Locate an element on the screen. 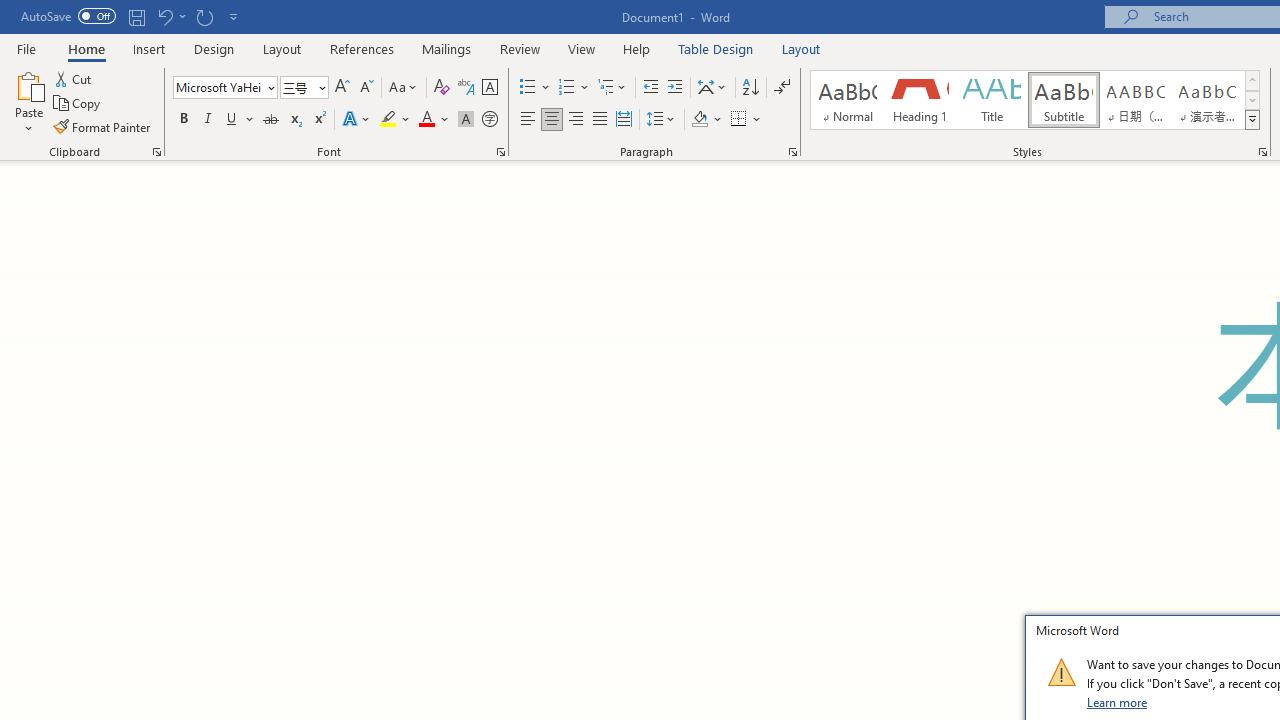 This screenshot has height=720, width=1280. 'AutoSave' is located at coordinates (68, 16).